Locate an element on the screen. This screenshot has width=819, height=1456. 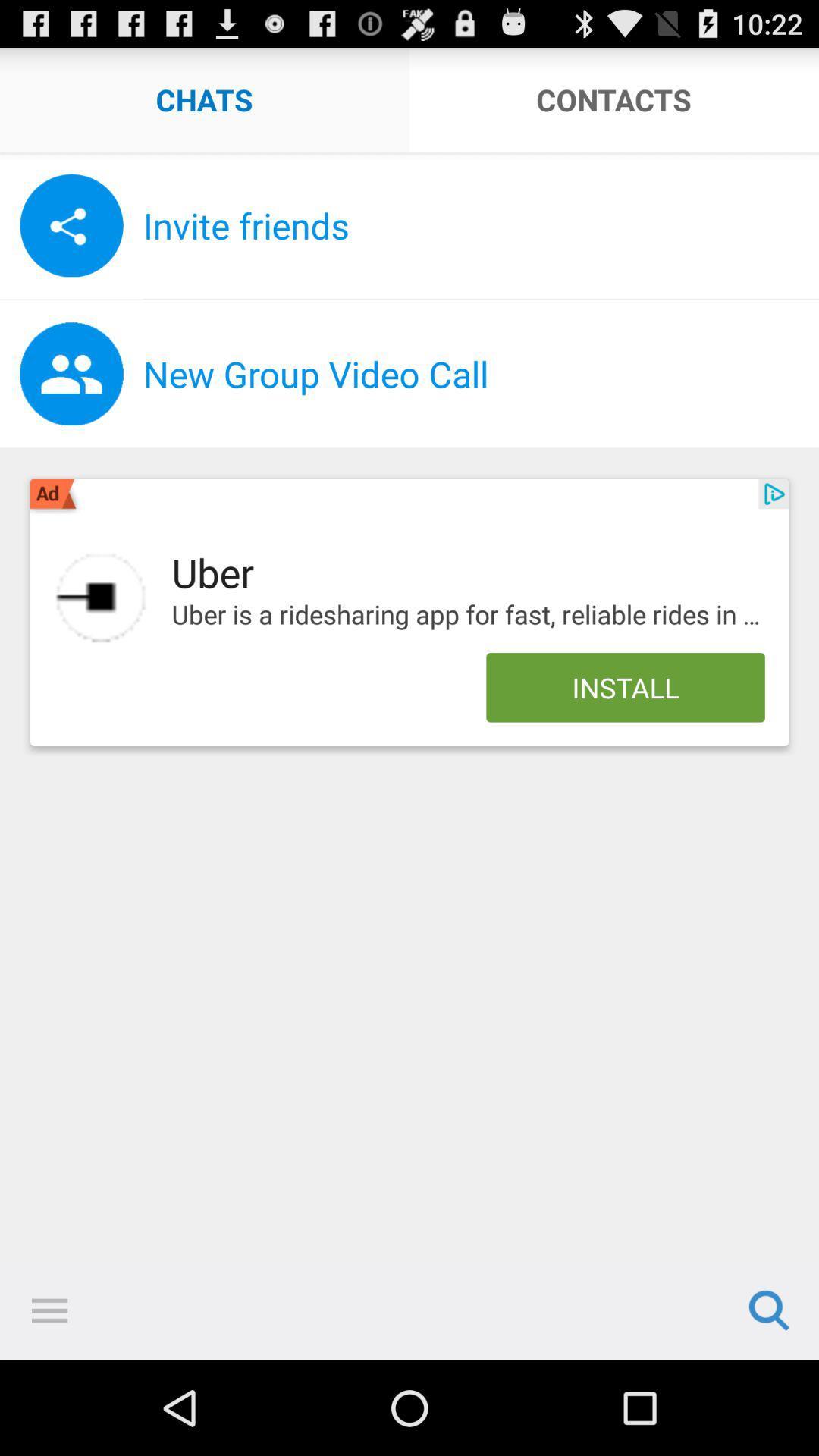
item above install item is located at coordinates (467, 615).